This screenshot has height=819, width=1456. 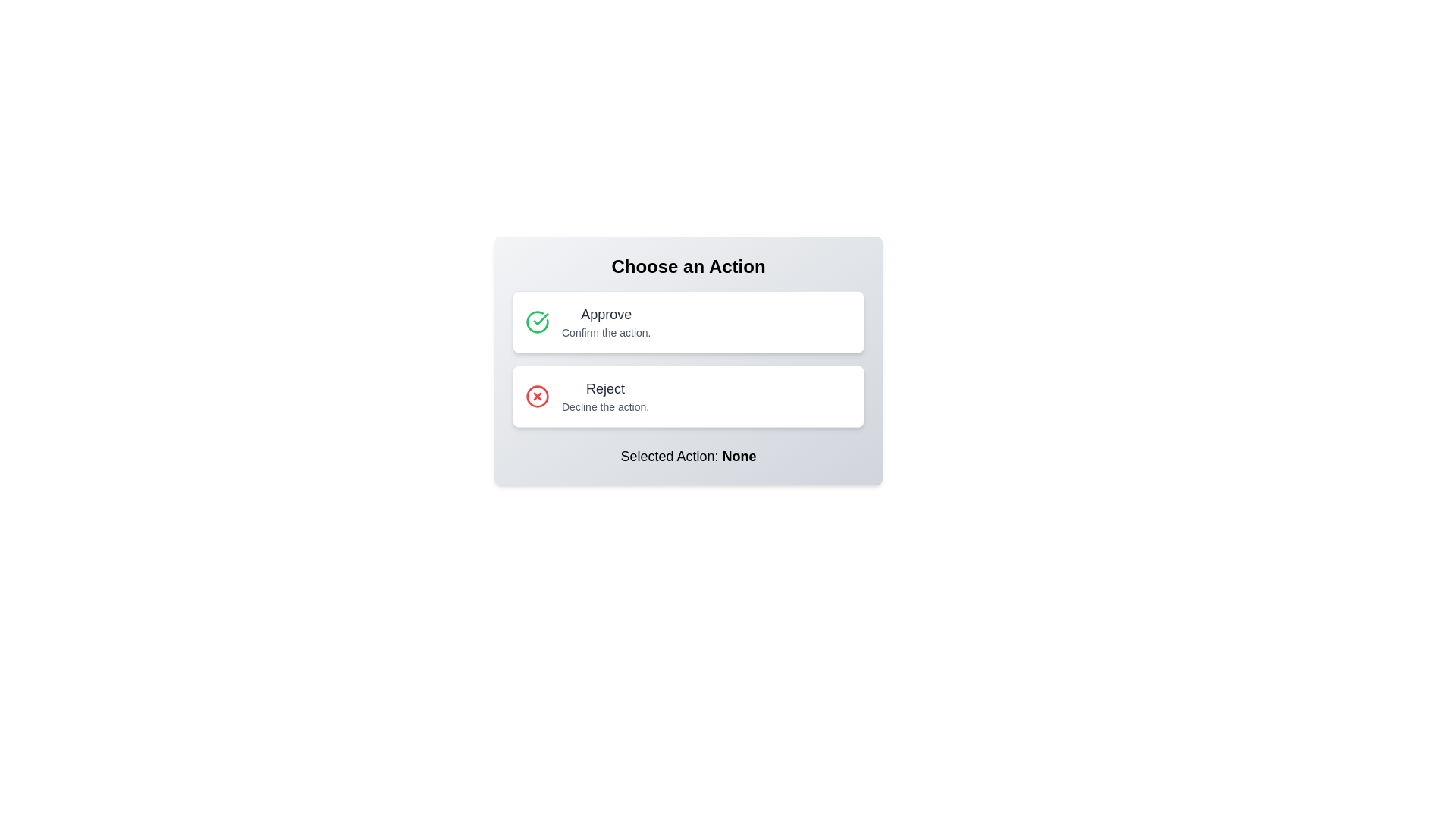 What do you see at coordinates (687, 321) in the screenshot?
I see `the action approve by clicking the respective button` at bounding box center [687, 321].